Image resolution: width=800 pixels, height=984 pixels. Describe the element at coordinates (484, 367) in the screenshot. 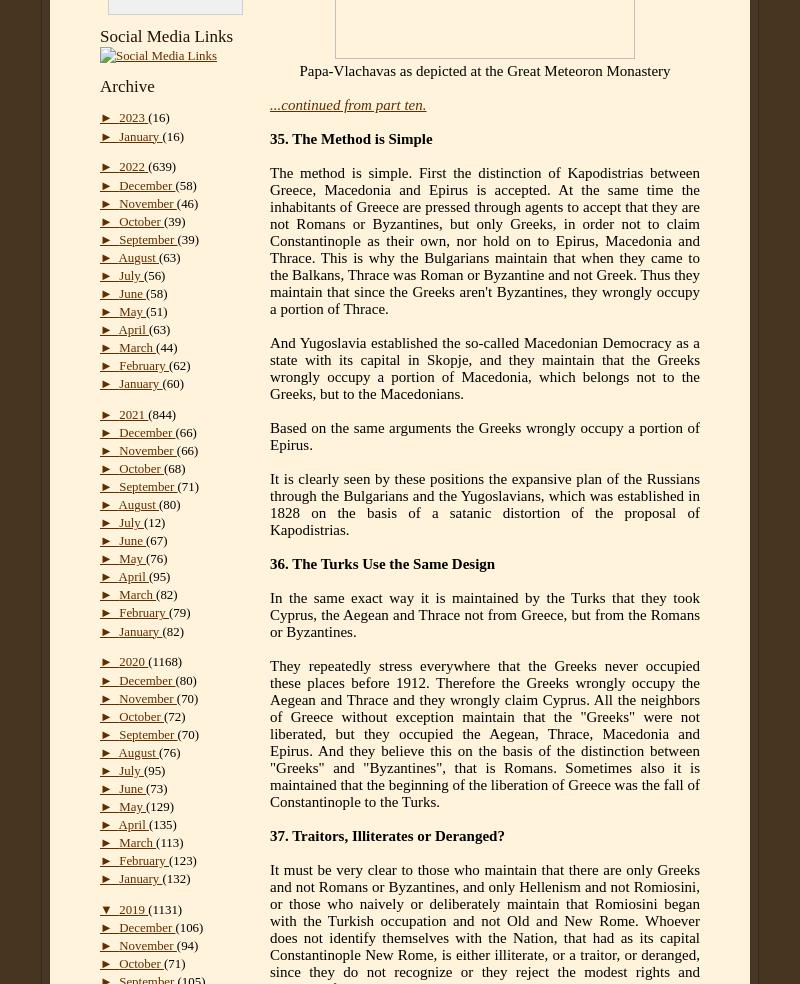

I see `'And Yugoslavia established the so-called Macedonian Democracy as a state with its capital in Skopje, and they maintain that the Greeks wrongly occupy a portion of Macedonia, which belongs not to the Greeks, but to the Macedonians.'` at that location.